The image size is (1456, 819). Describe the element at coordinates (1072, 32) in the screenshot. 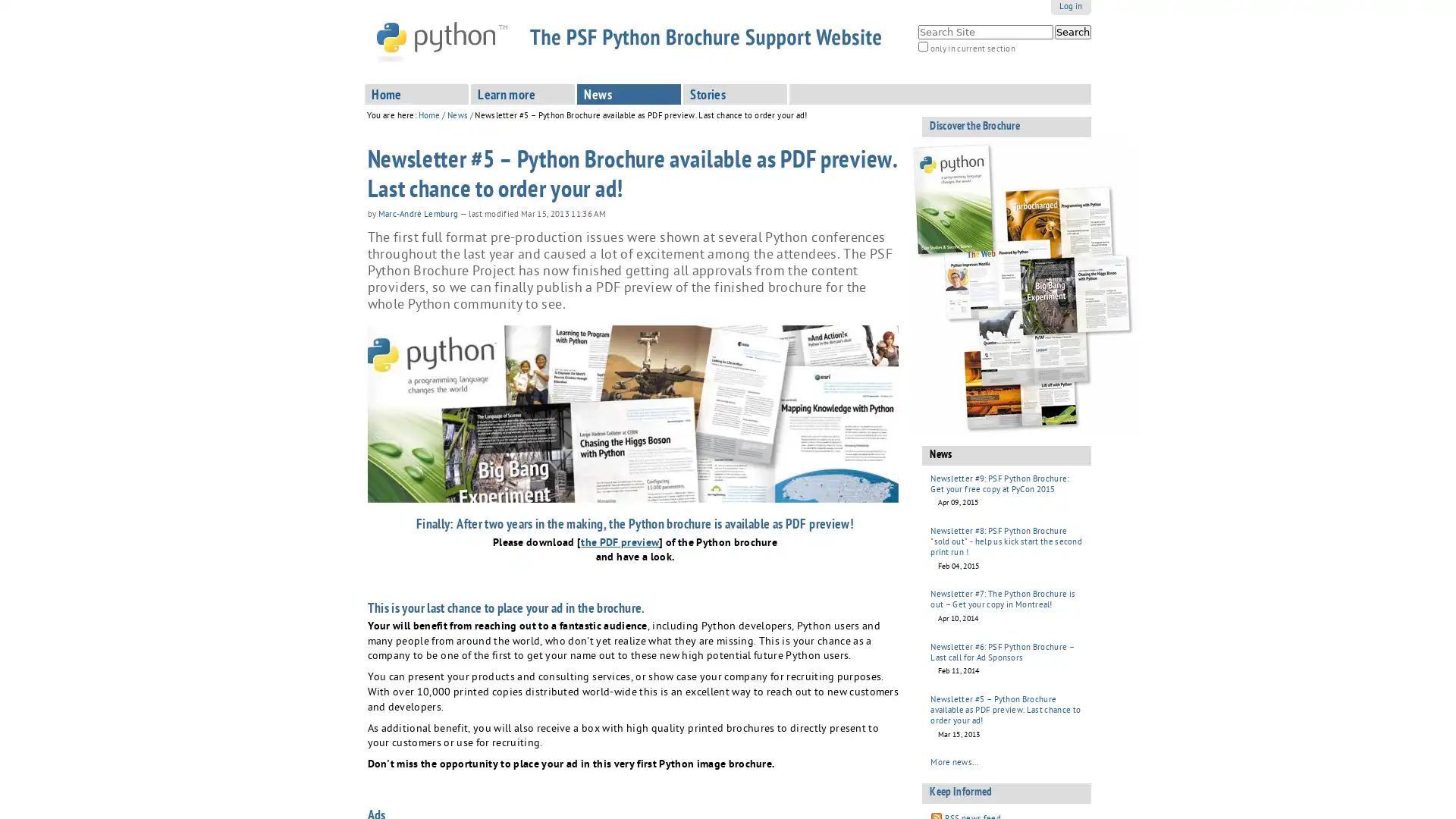

I see `Search` at that location.